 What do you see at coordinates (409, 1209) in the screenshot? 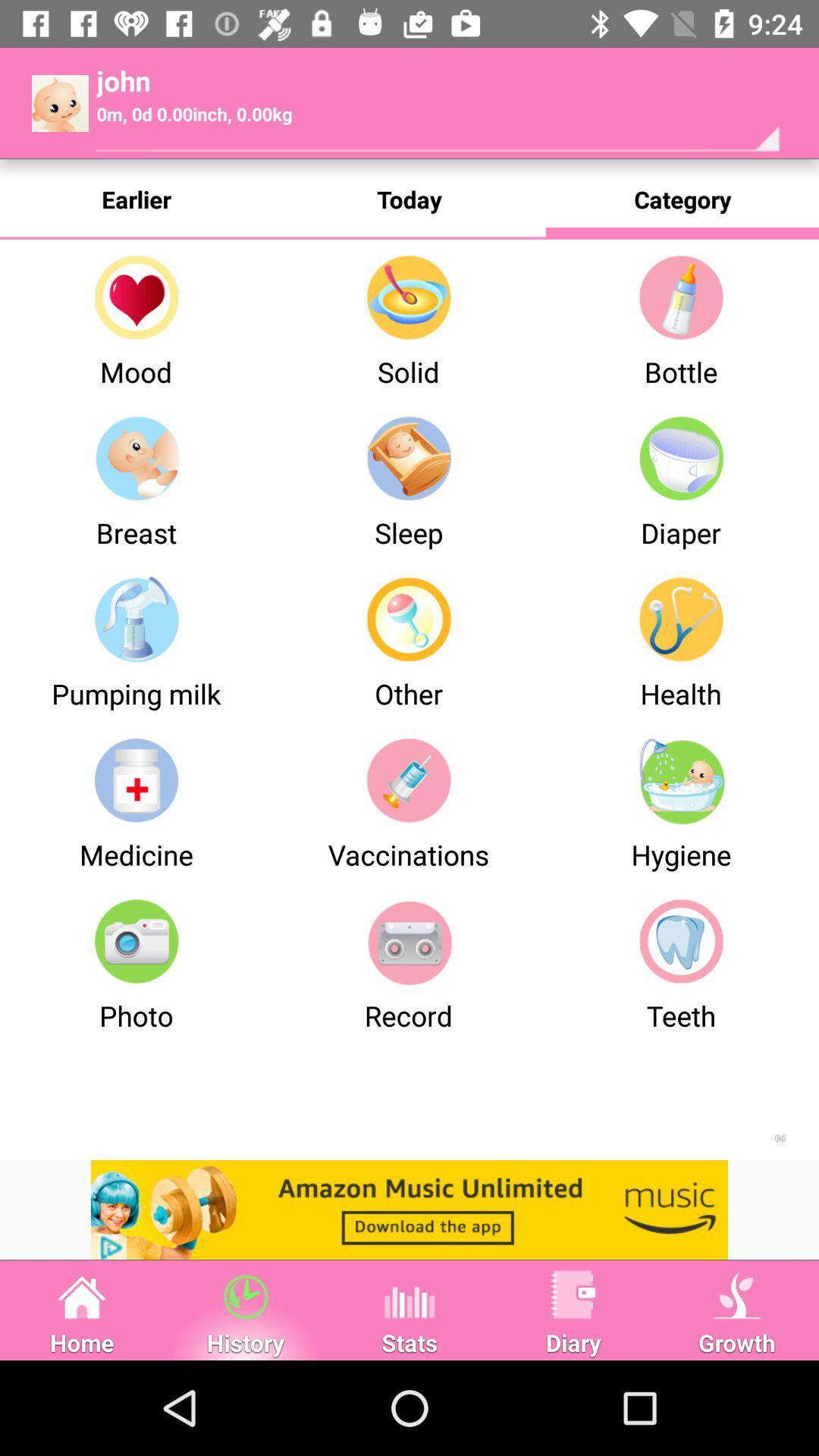
I see `launch advertisement link` at bounding box center [409, 1209].